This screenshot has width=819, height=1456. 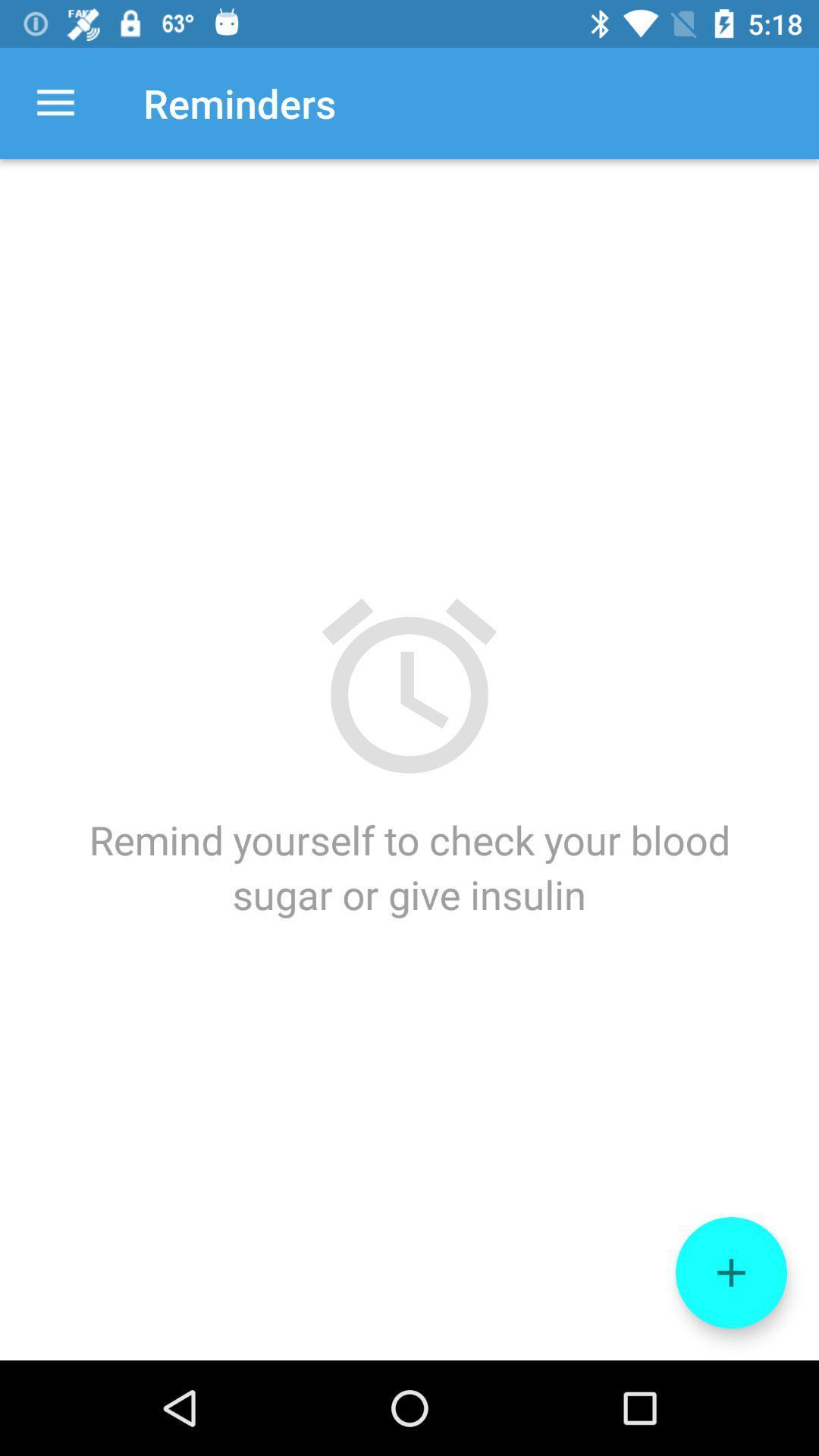 What do you see at coordinates (730, 1272) in the screenshot?
I see `icon below remind yourself to icon` at bounding box center [730, 1272].